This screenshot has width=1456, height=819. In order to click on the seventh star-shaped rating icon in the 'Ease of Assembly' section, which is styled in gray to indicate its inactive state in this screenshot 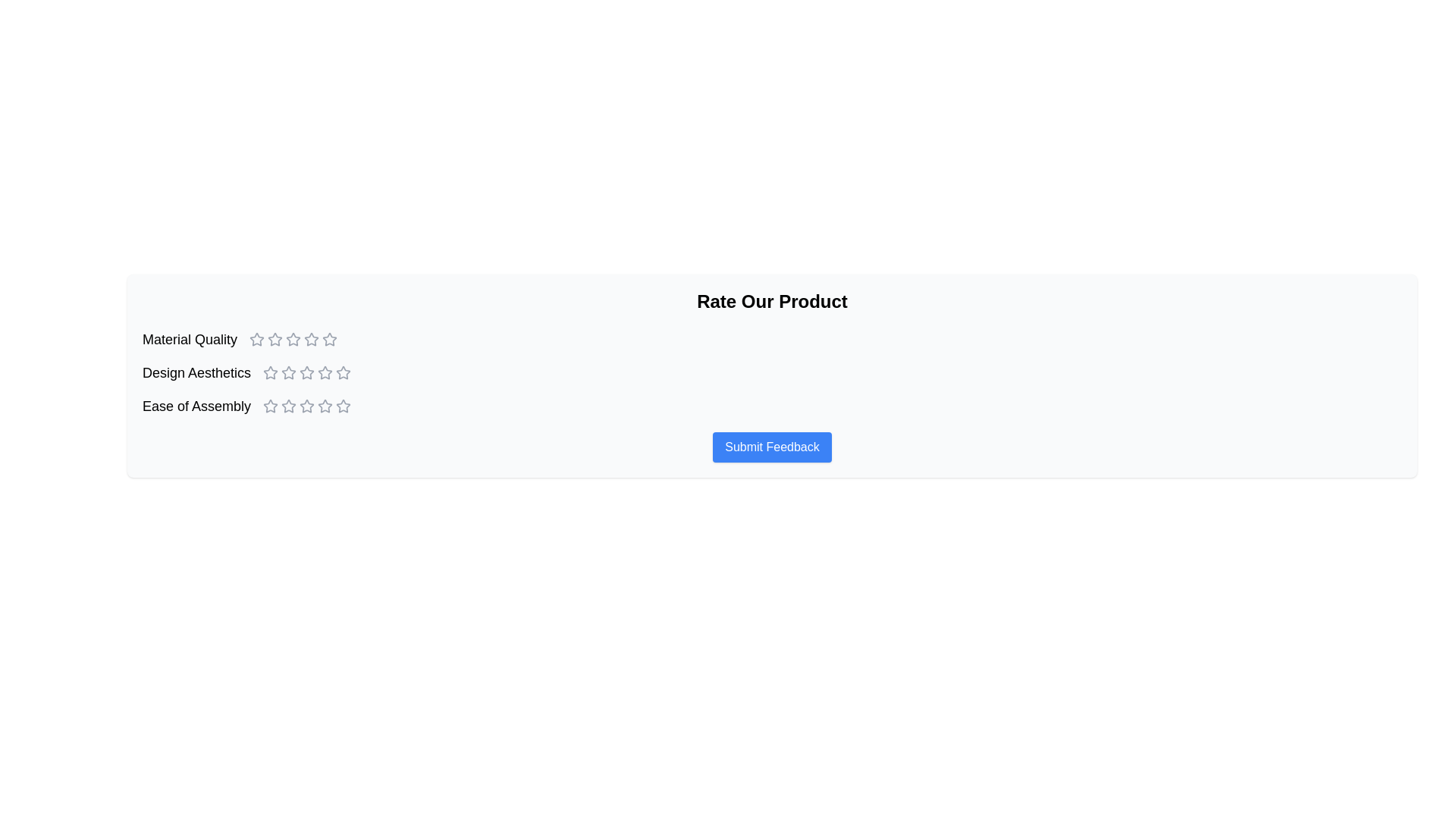, I will do `click(325, 406)`.